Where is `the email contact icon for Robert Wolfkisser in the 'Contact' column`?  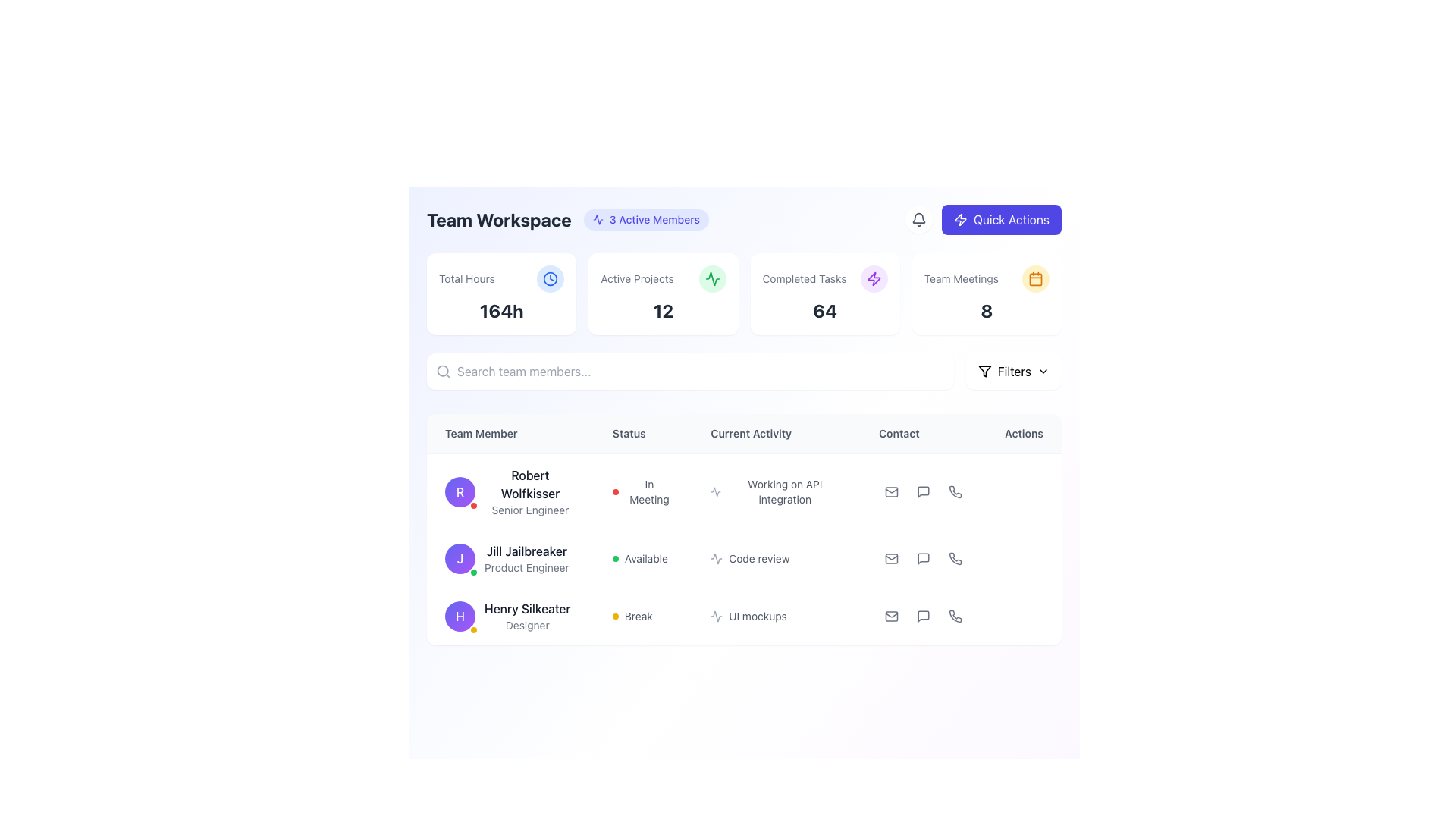
the email contact icon for Robert Wolfkisser in the 'Contact' column is located at coordinates (892, 491).